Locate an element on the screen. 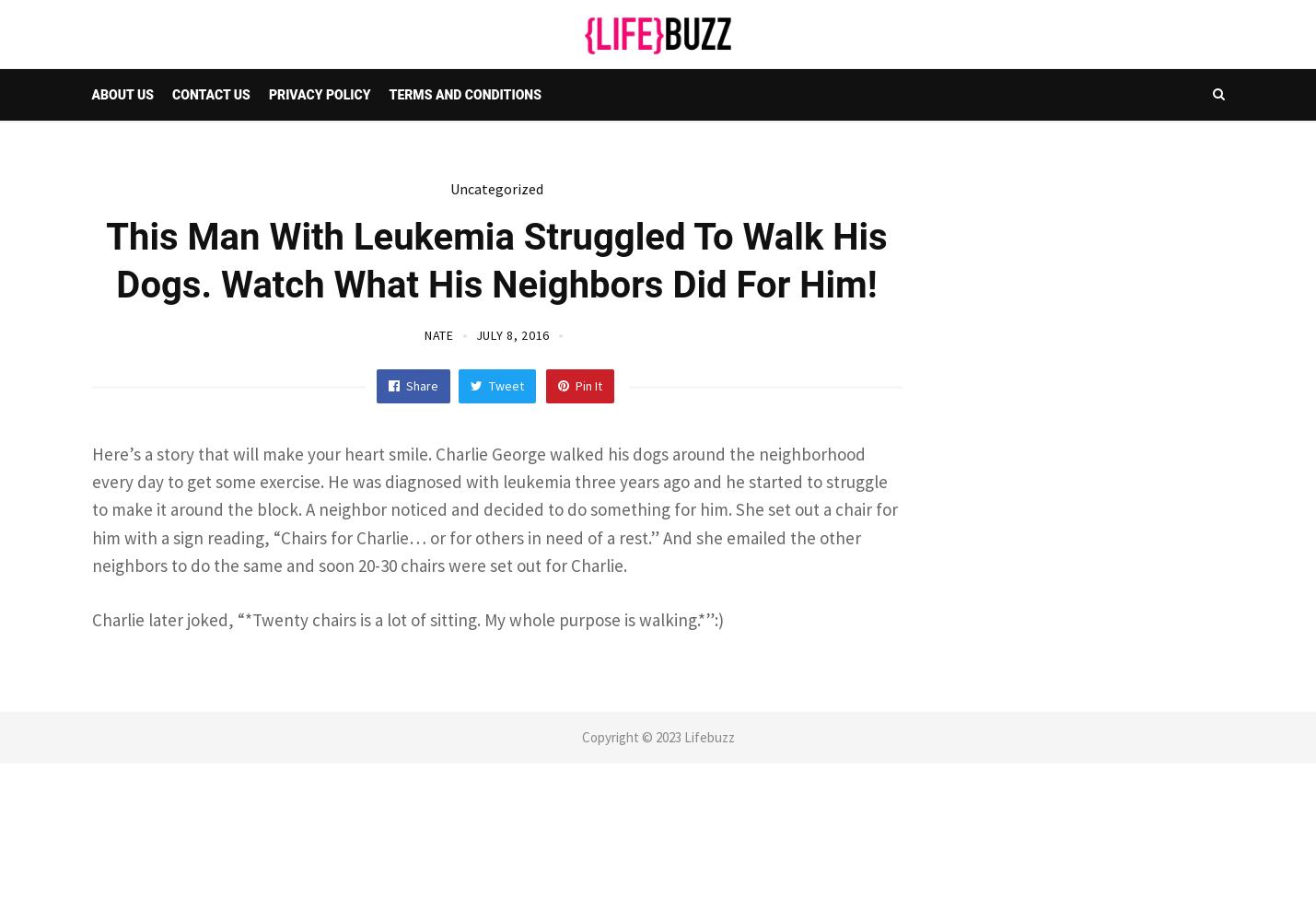 This screenshot has height=921, width=1316. 'Tweet' is located at coordinates (484, 386).